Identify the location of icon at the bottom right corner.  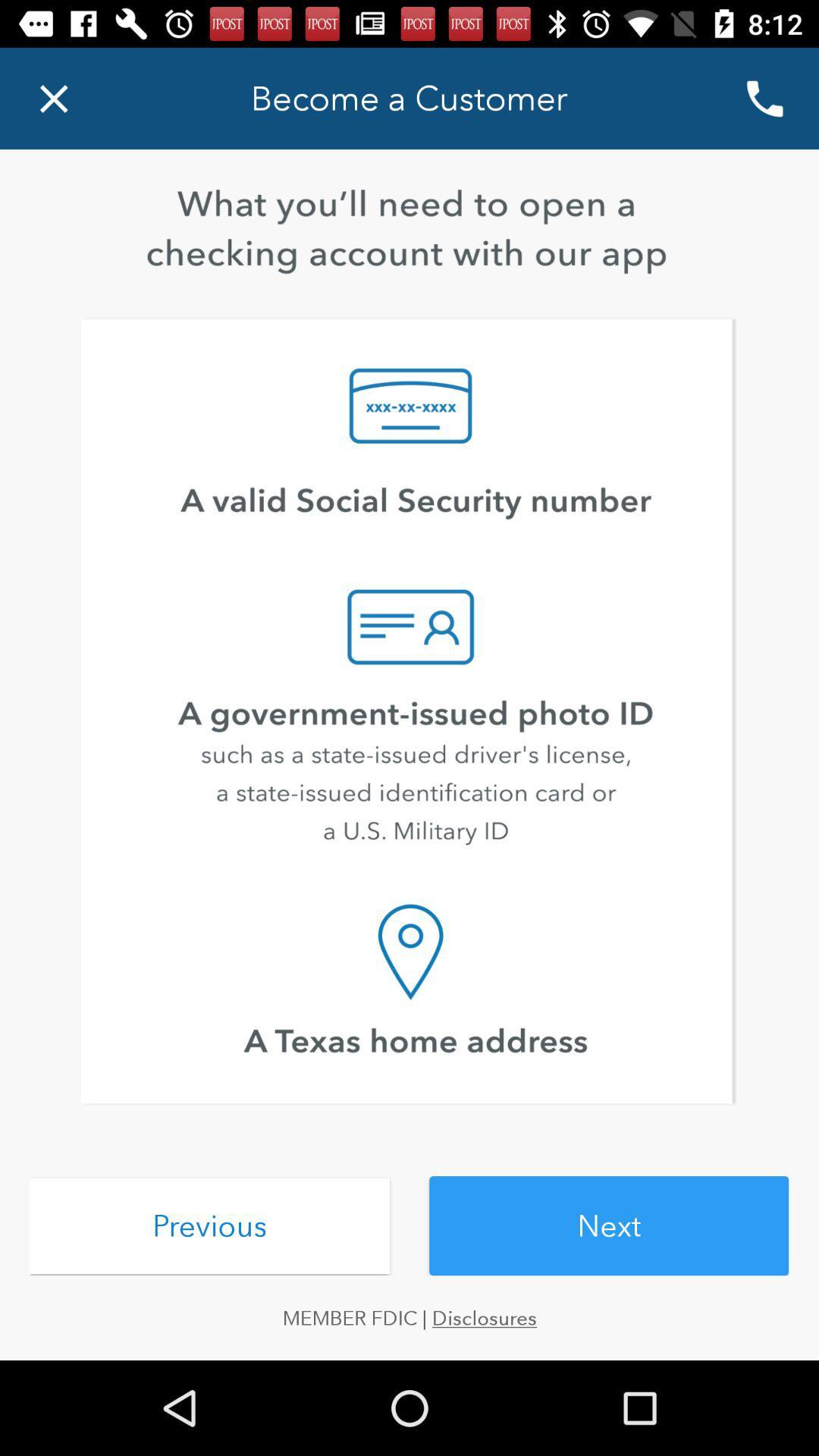
(608, 1225).